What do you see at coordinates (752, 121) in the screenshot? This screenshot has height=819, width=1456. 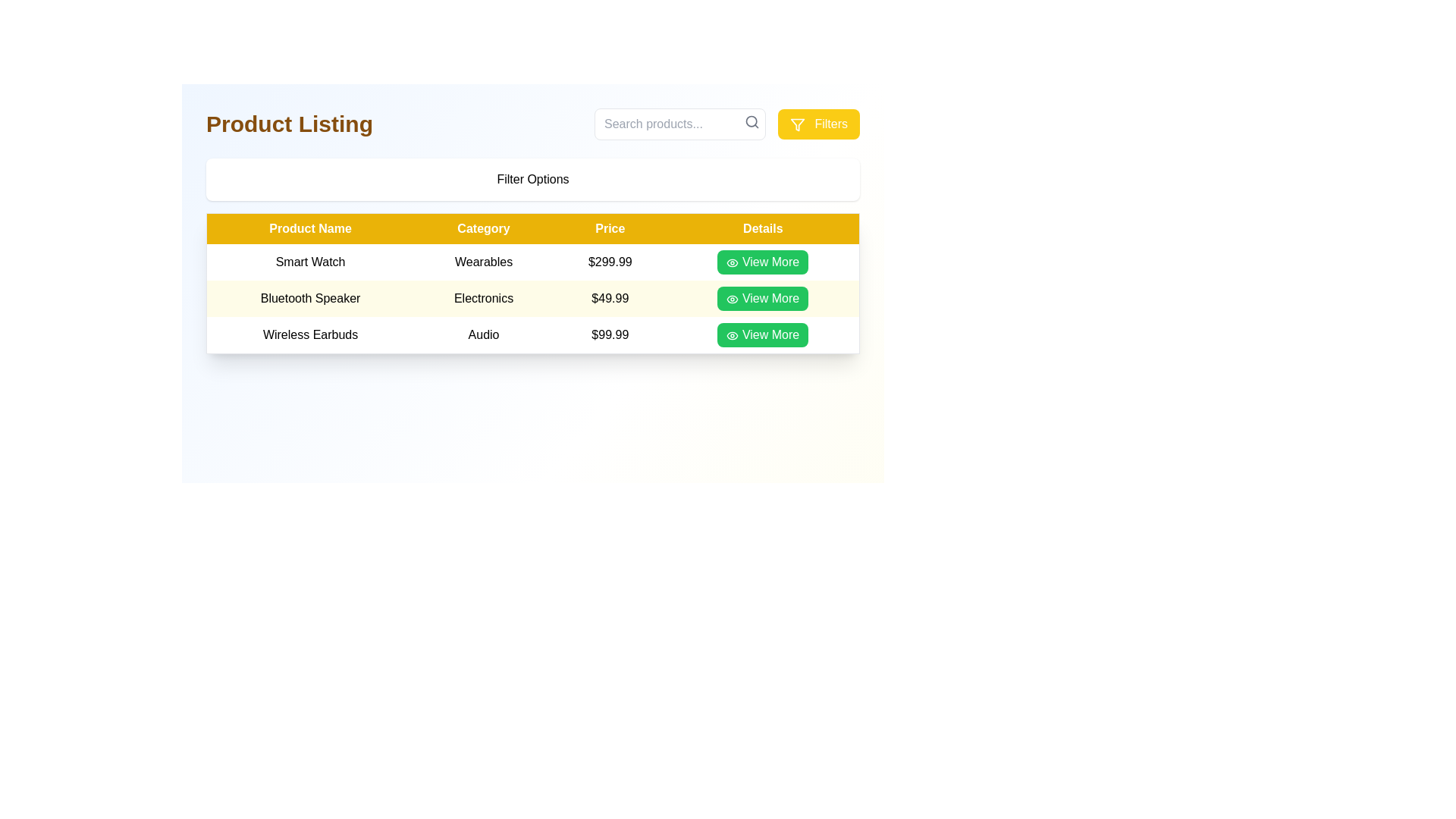 I see `the magnifying glass icon in the top-right corner of the 'Search products...' input box to initiate a search` at bounding box center [752, 121].